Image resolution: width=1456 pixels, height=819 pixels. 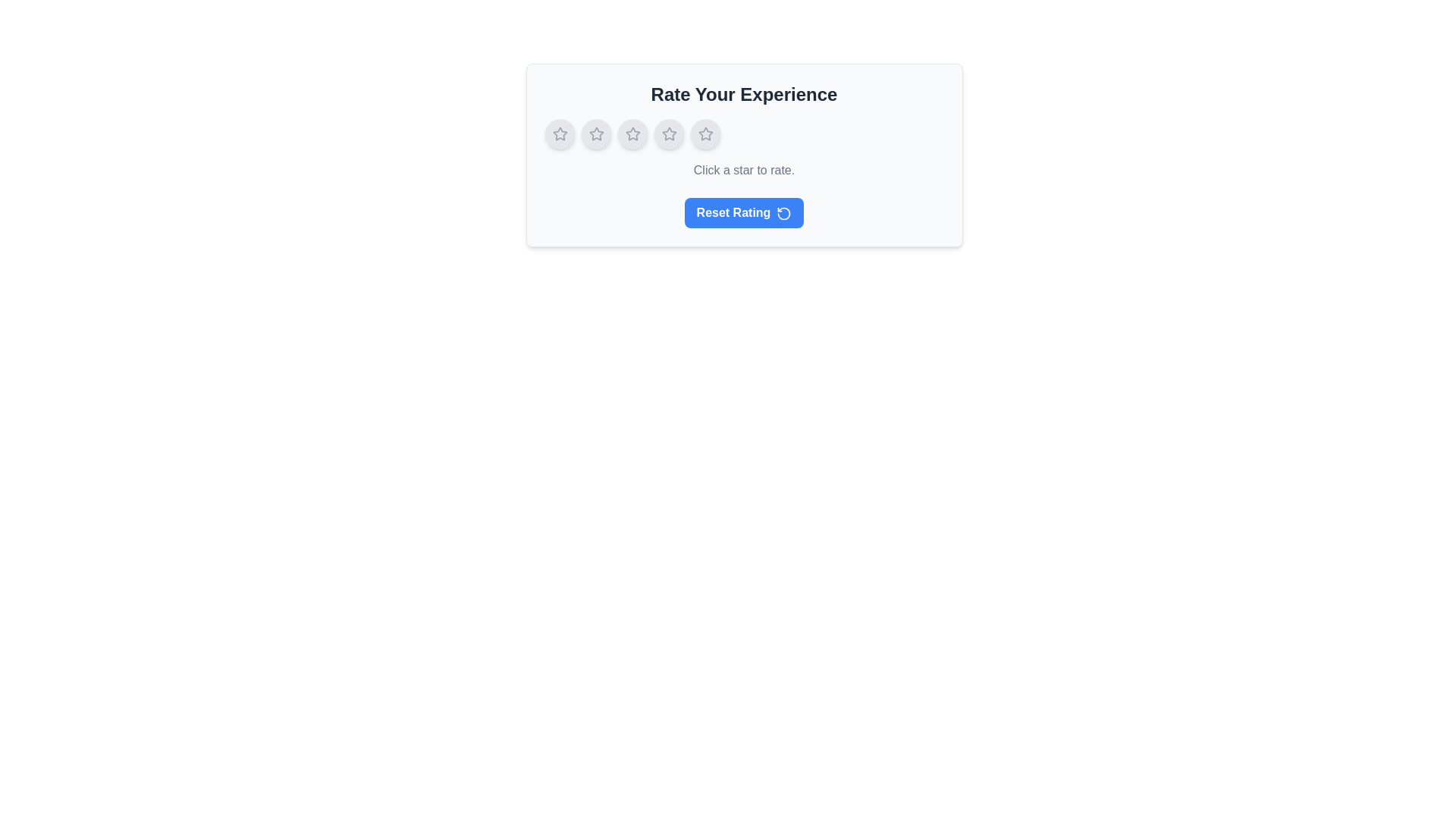 I want to click on the circular button with a light gray background and a star icon, which is the fourth item in the horizontal group below 'Rate Your Experience', so click(x=668, y=133).